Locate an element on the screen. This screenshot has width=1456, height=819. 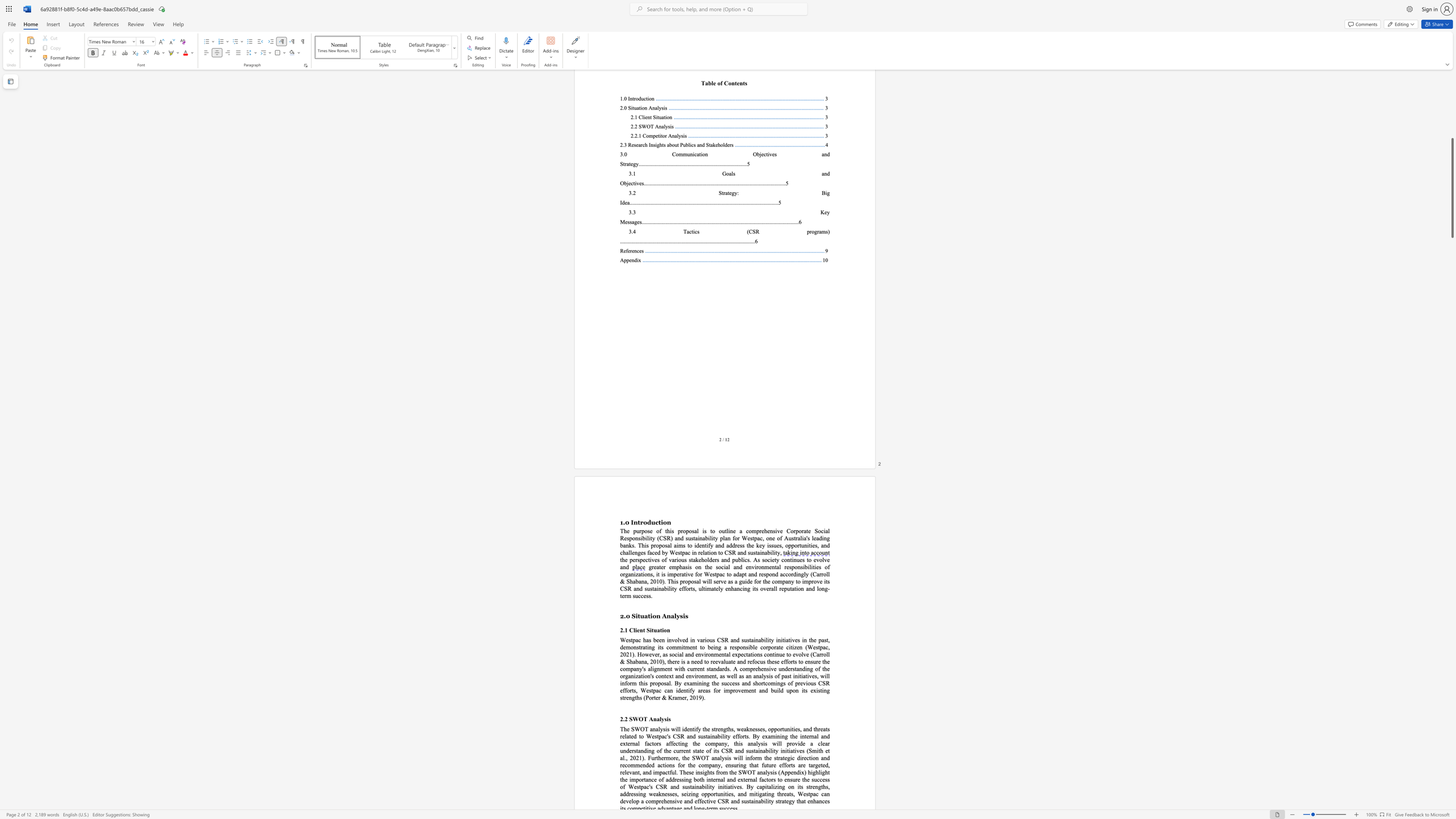
the subset text "il" within the text "The SWOT analysis will" is located at coordinates (675, 728).